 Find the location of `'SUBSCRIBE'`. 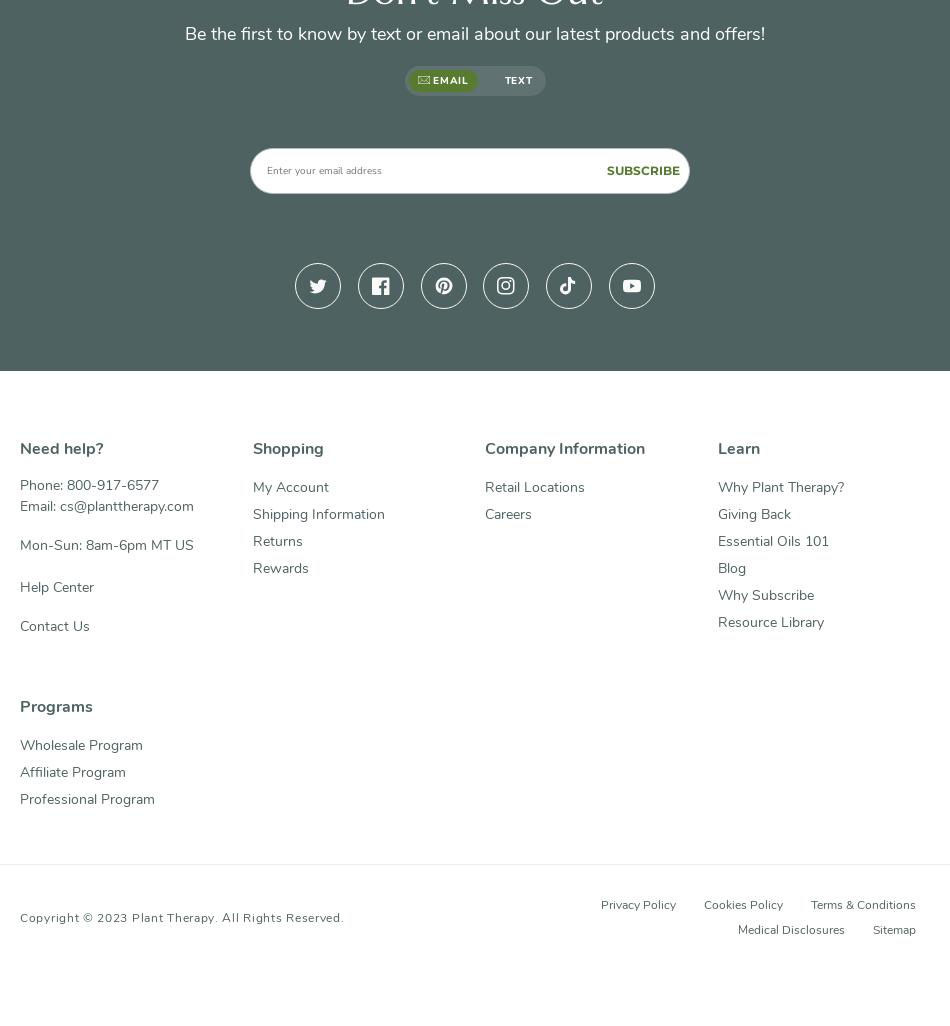

'SUBSCRIBE' is located at coordinates (643, 168).